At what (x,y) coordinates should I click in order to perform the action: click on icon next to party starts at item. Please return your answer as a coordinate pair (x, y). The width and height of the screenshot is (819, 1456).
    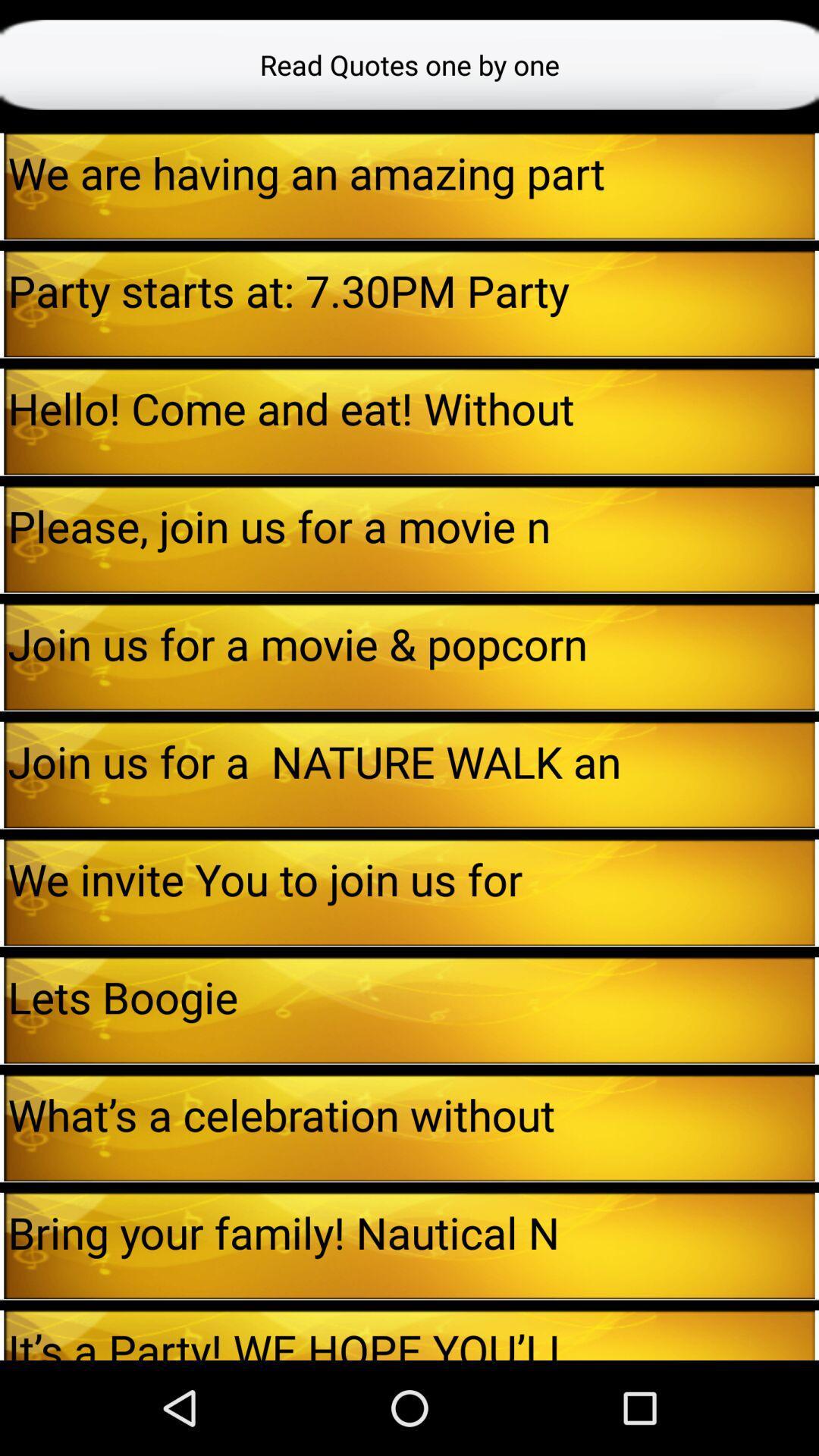
    Looking at the image, I should click on (816, 303).